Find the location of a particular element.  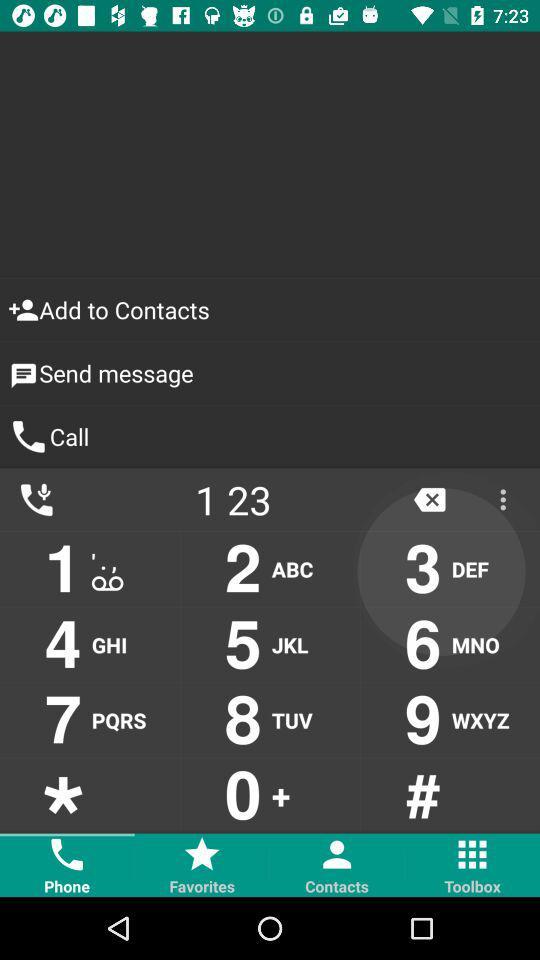

the add to contacts item is located at coordinates (270, 310).